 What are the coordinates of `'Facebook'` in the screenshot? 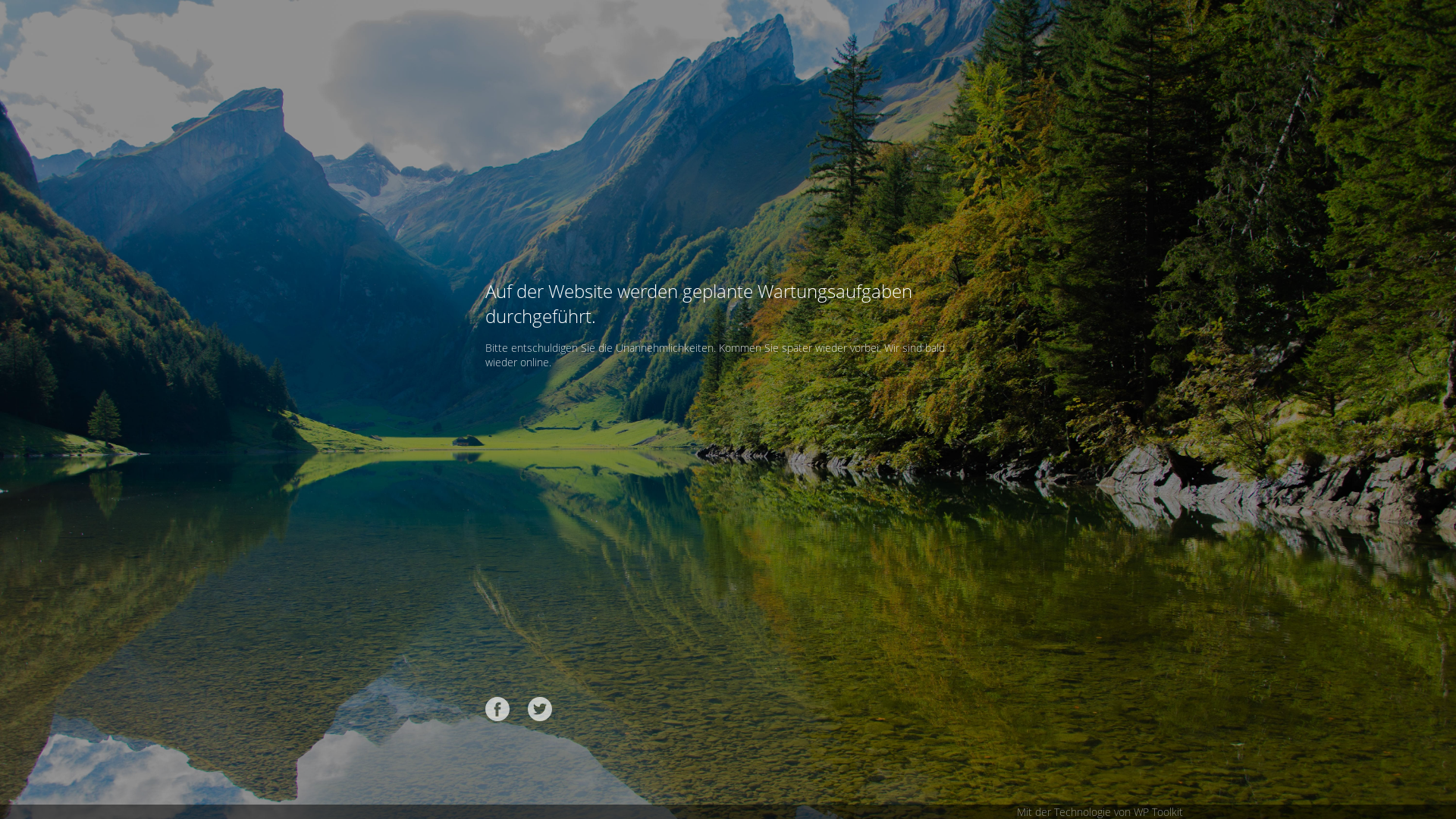 It's located at (497, 708).